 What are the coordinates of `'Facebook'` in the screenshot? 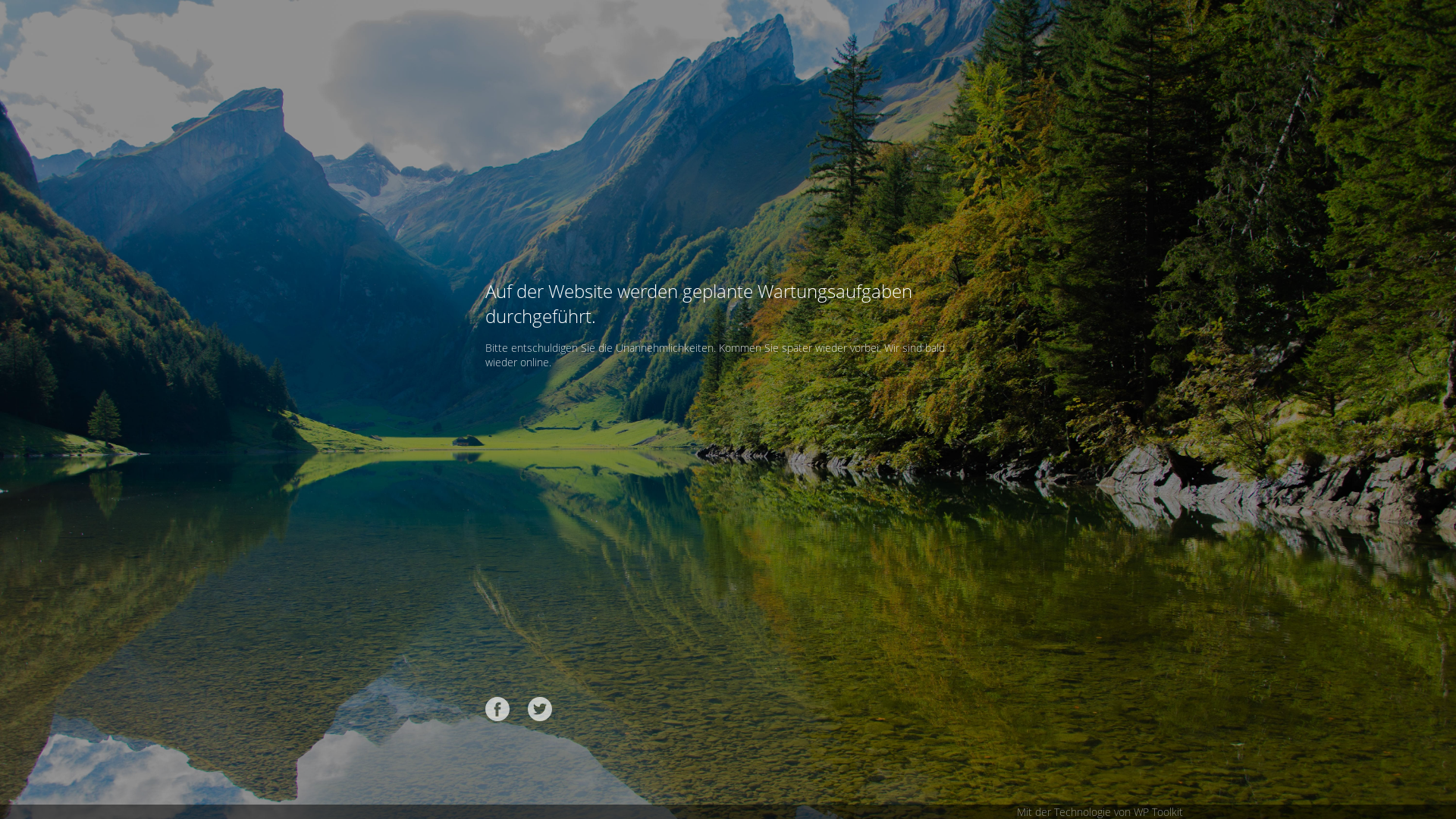 It's located at (497, 708).